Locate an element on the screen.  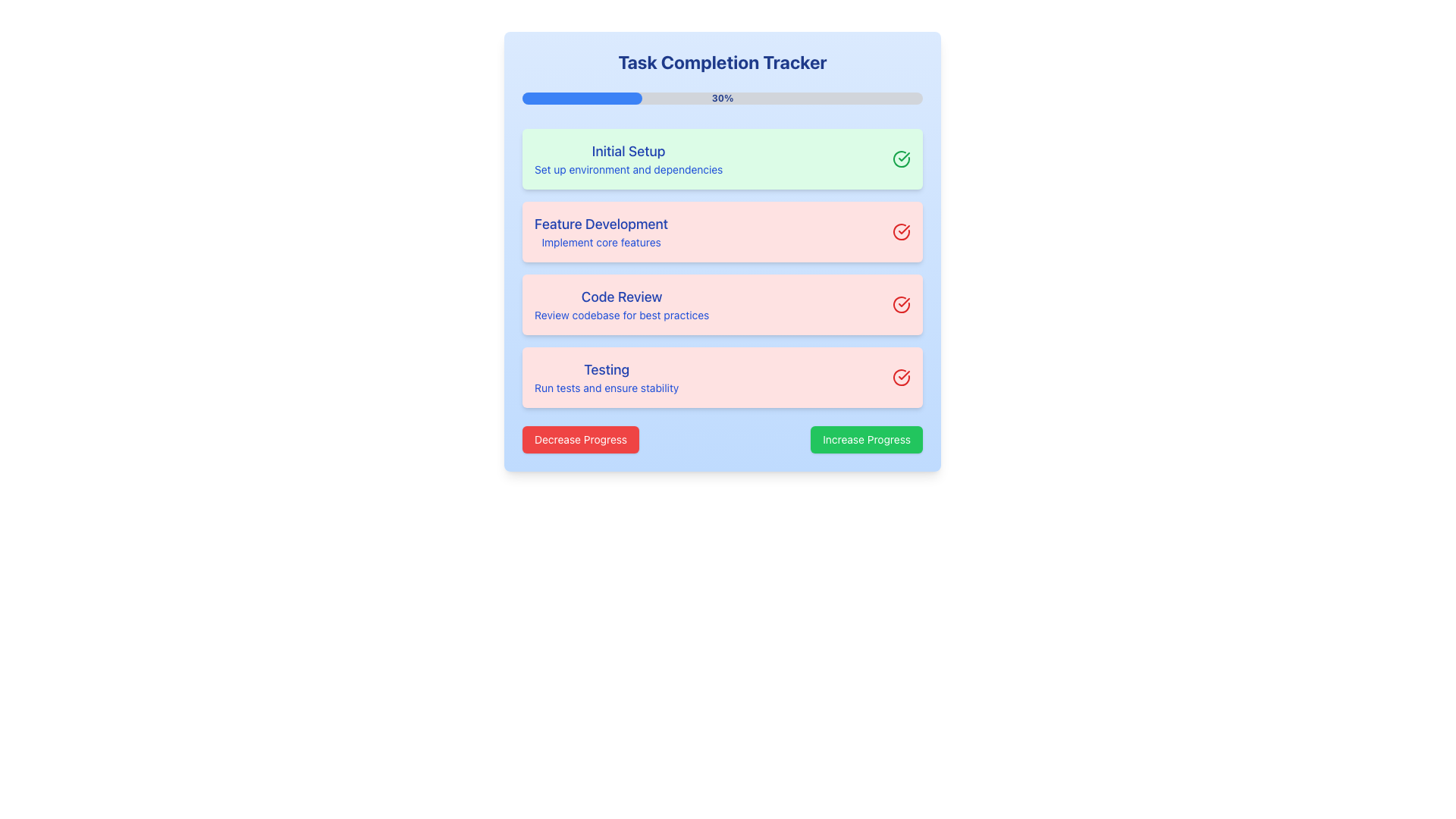
text content of the task card labeled 'Initial Setup', which is the first card in a vertically stacked list of task cards is located at coordinates (722, 158).